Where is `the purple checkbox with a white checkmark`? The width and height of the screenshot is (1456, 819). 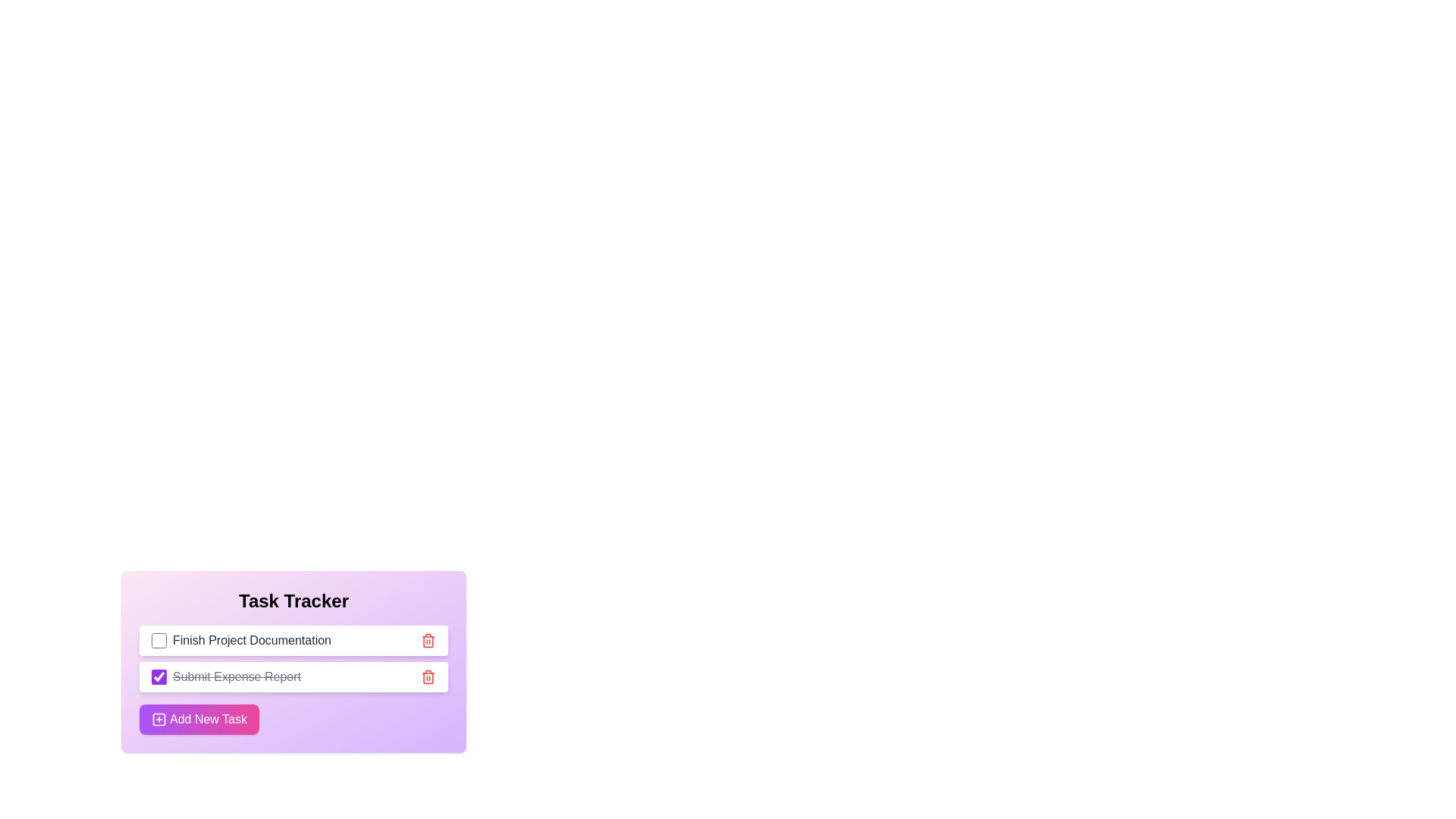 the purple checkbox with a white checkmark is located at coordinates (159, 676).